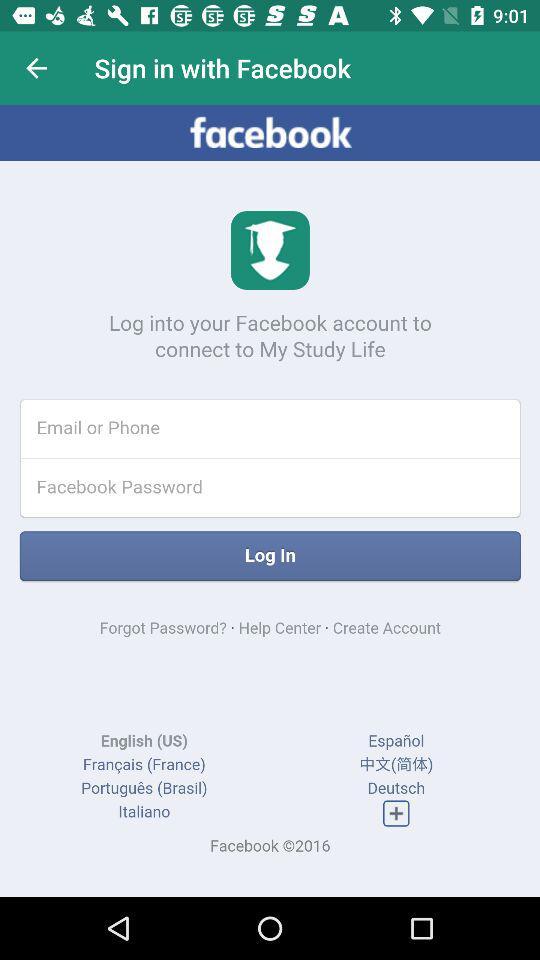 This screenshot has height=960, width=540. I want to click on screen, so click(270, 500).